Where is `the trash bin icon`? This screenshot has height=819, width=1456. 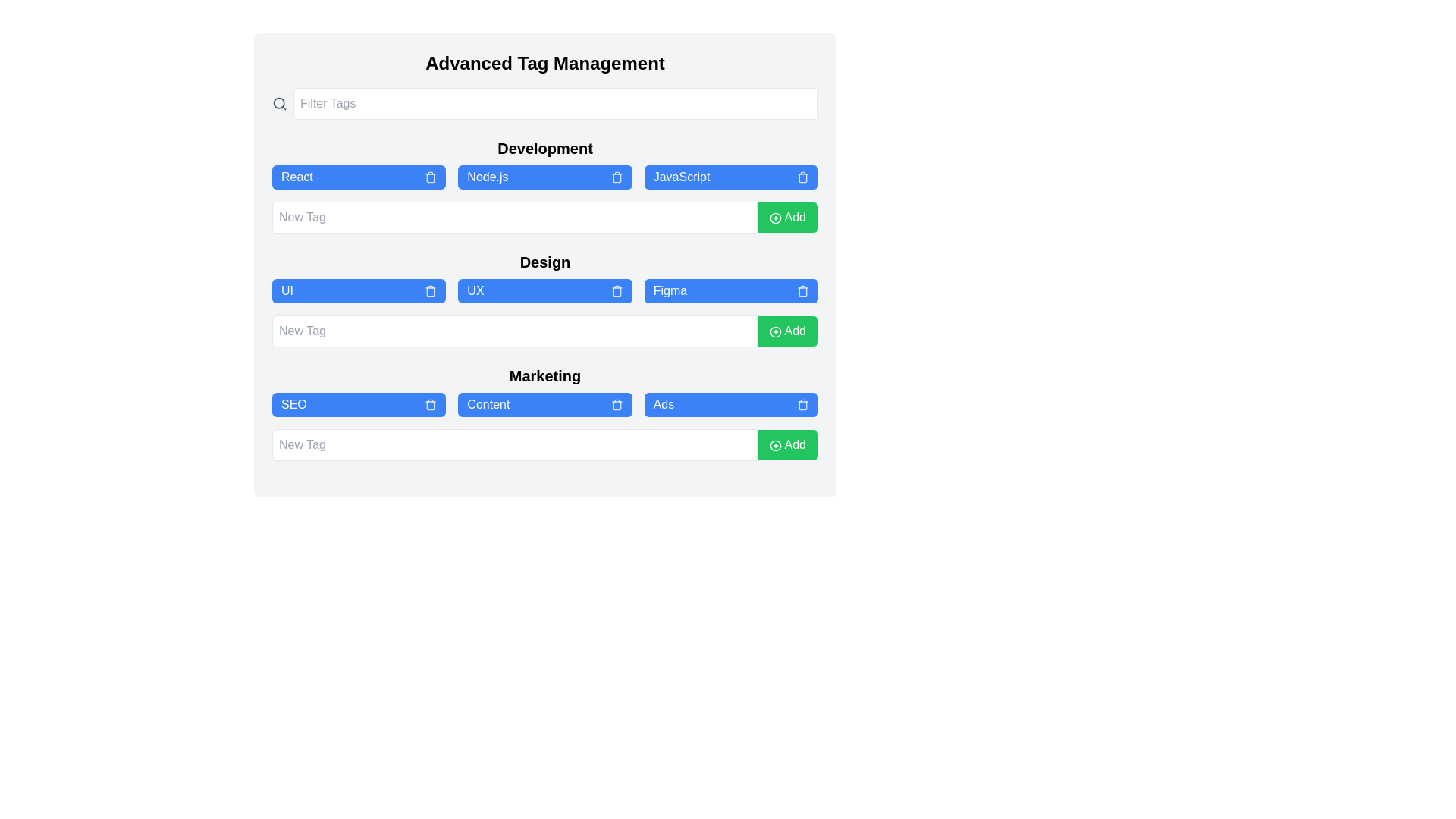
the trash bin icon is located at coordinates (802, 177).